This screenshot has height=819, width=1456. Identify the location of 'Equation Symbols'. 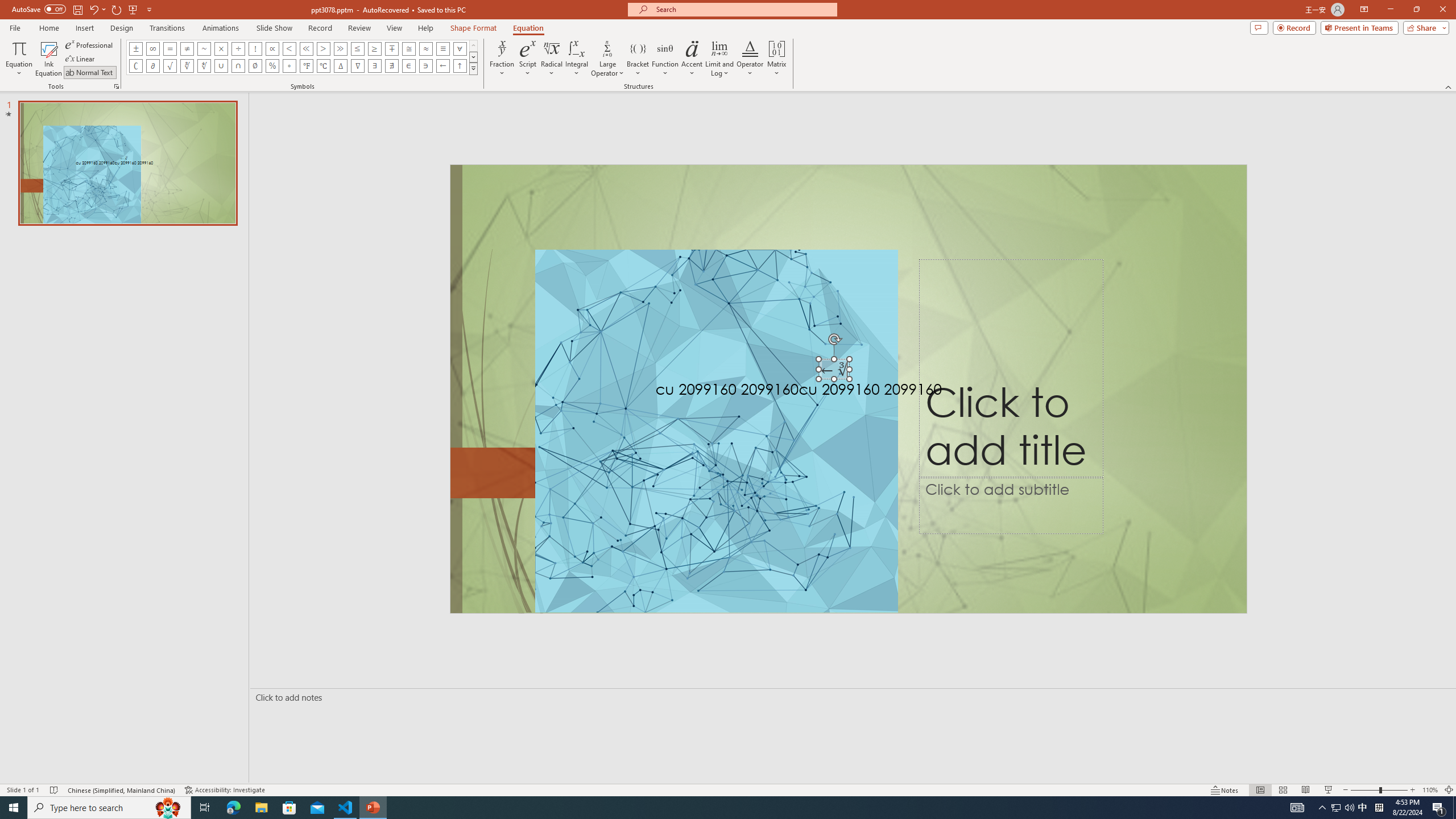
(473, 68).